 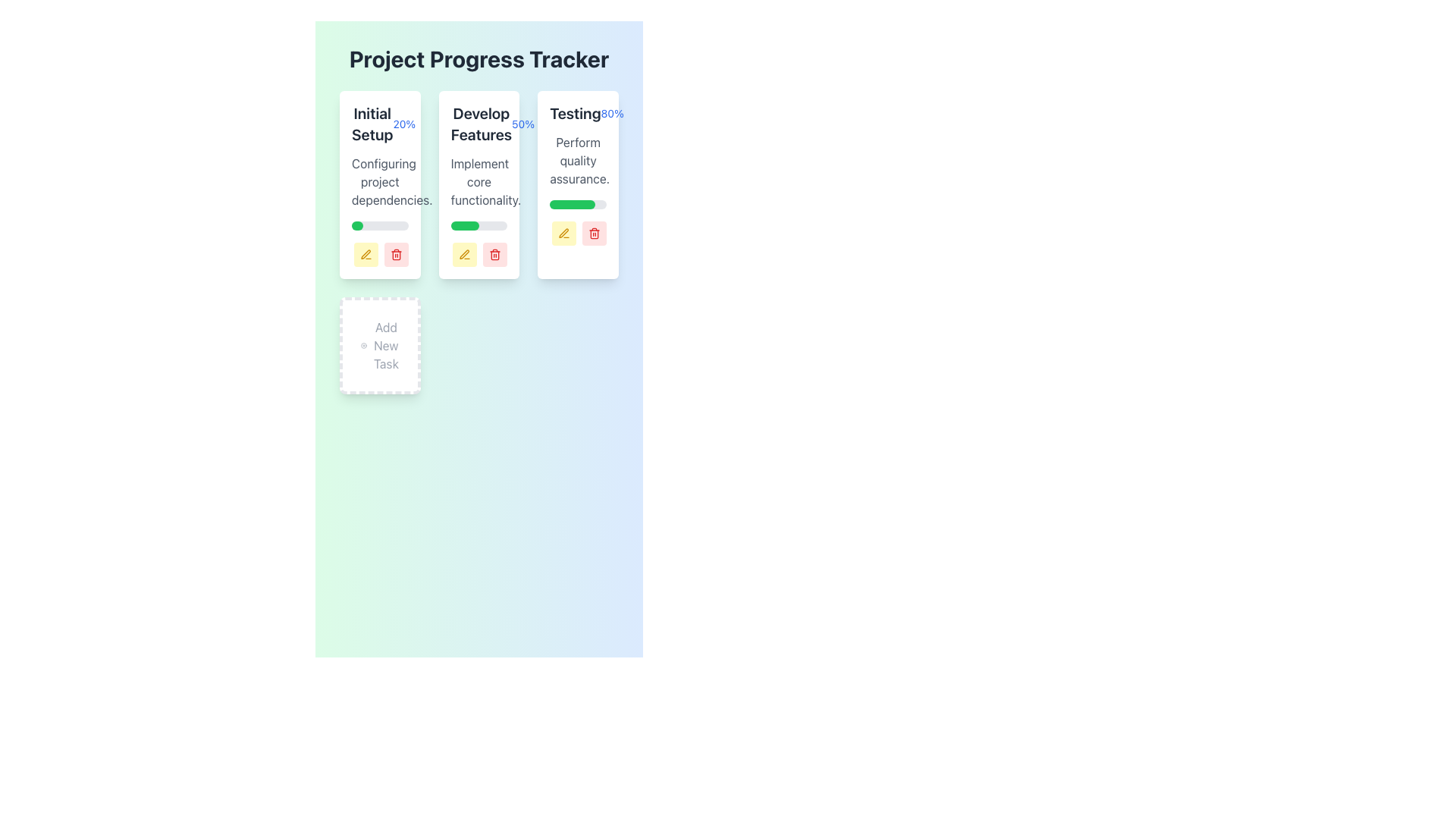 What do you see at coordinates (380, 225) in the screenshot?
I see `the progress bar located at the bottom section of the 'Initial Setup' card, which visually represents the completion percentage of the task and is situated above the action buttons` at bounding box center [380, 225].